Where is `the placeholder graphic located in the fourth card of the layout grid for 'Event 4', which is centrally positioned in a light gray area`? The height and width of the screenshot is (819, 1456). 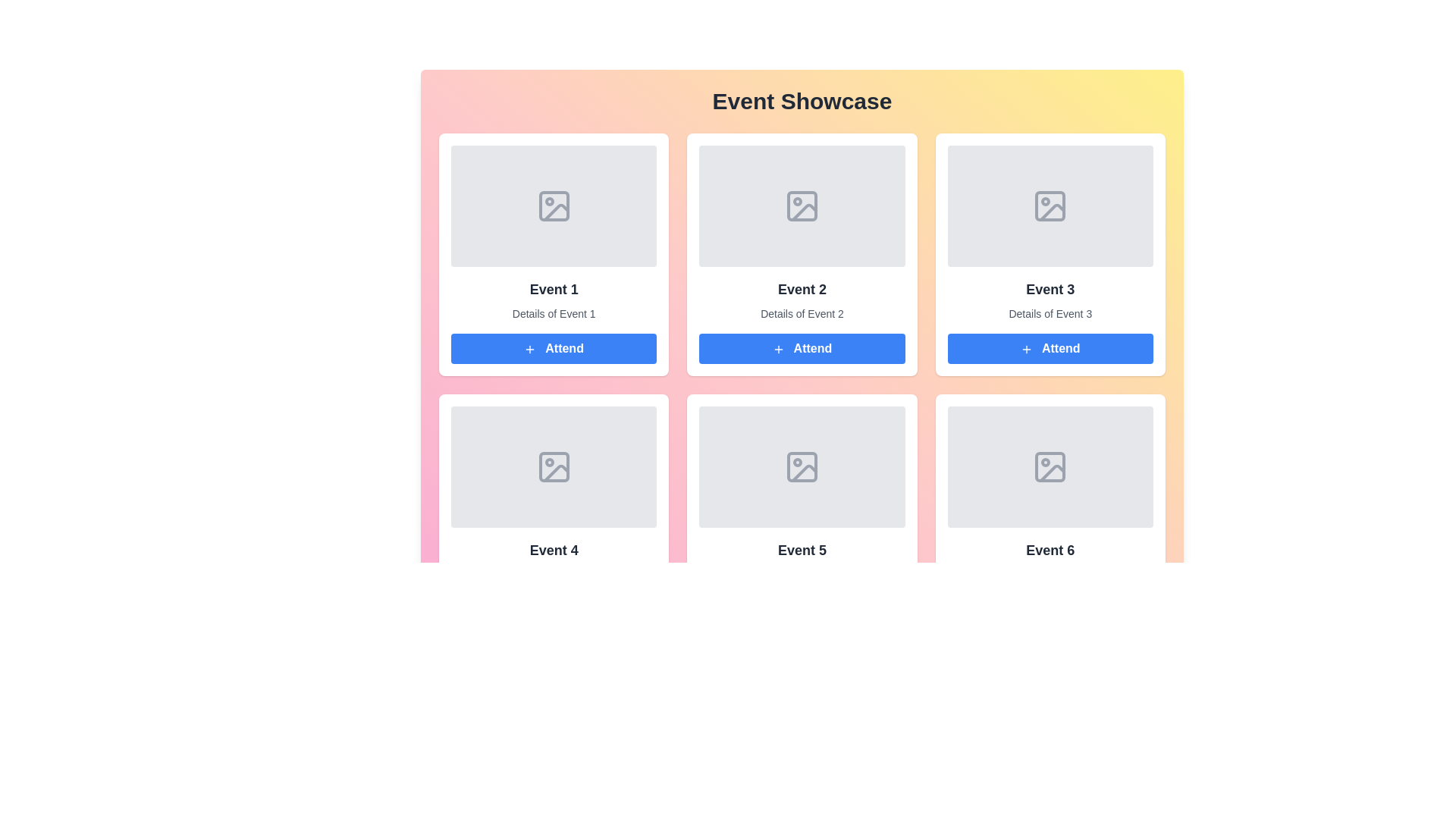
the placeholder graphic located in the fourth card of the layout grid for 'Event 4', which is centrally positioned in a light gray area is located at coordinates (553, 466).